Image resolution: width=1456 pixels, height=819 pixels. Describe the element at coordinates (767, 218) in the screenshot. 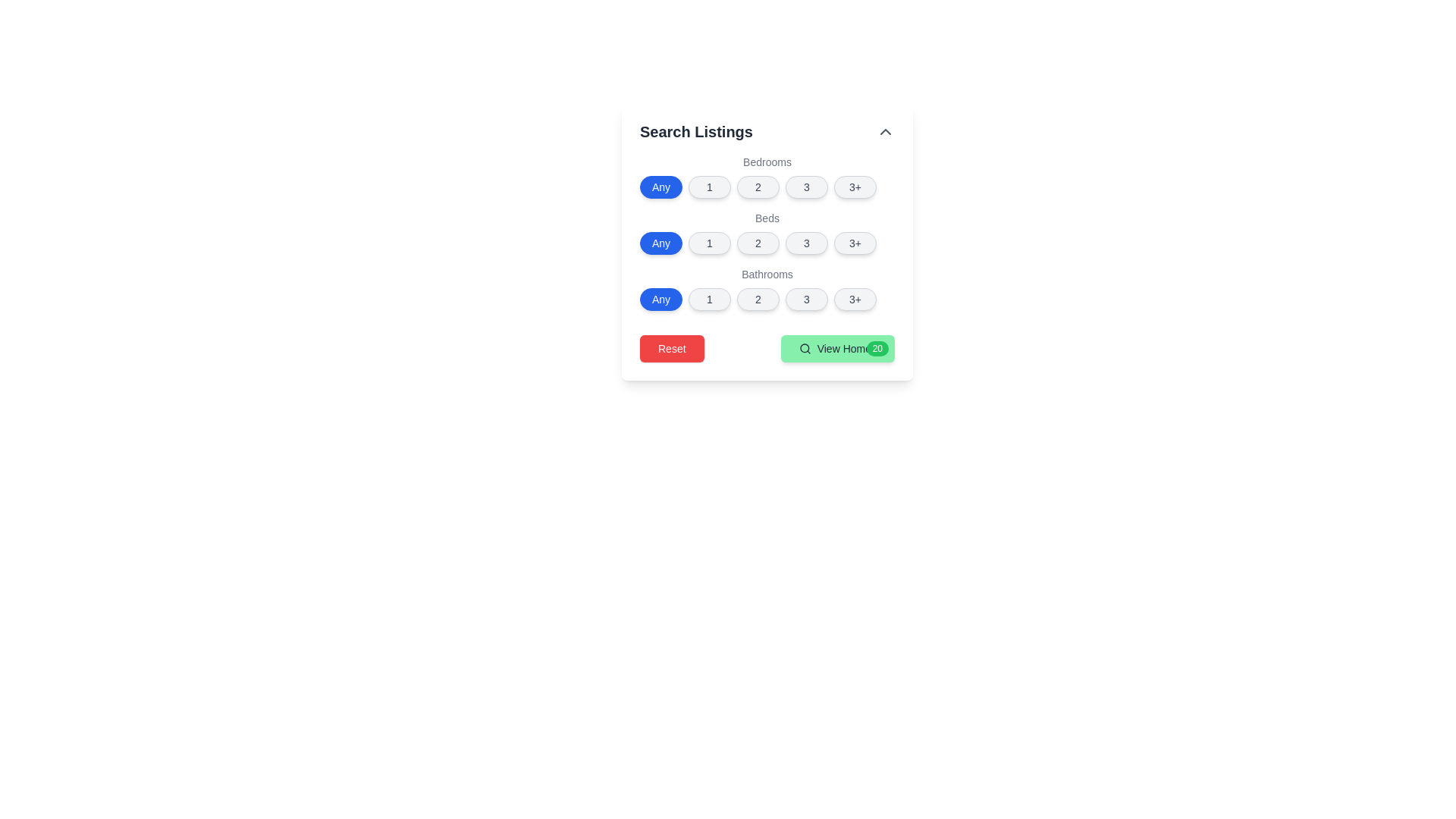

I see `the 'Beds' text label, which is a small light gray font descriptor positioned centrally between the bed selection buttons and the first row of options` at that location.